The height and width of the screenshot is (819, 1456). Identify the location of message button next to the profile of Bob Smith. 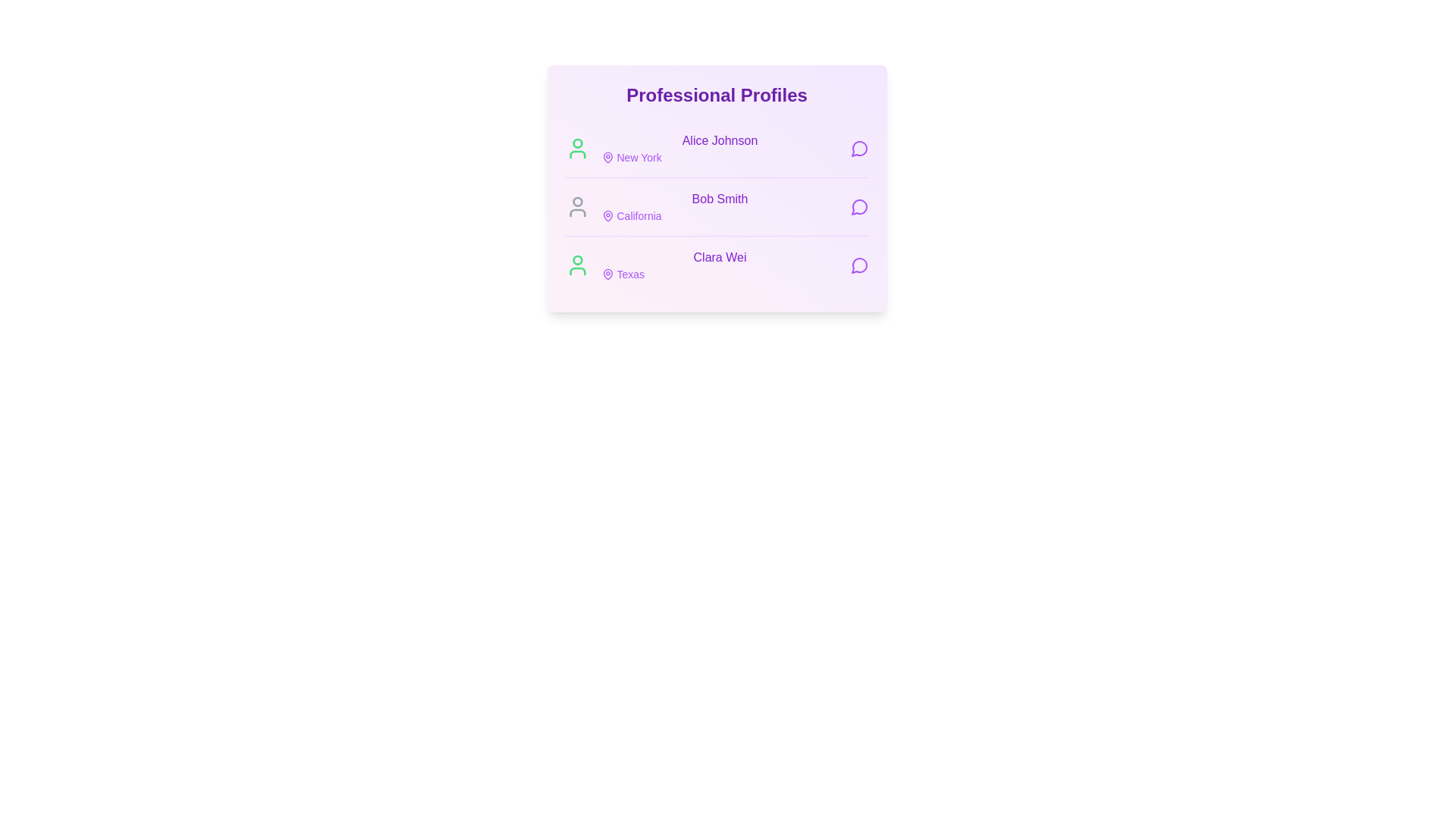
(859, 207).